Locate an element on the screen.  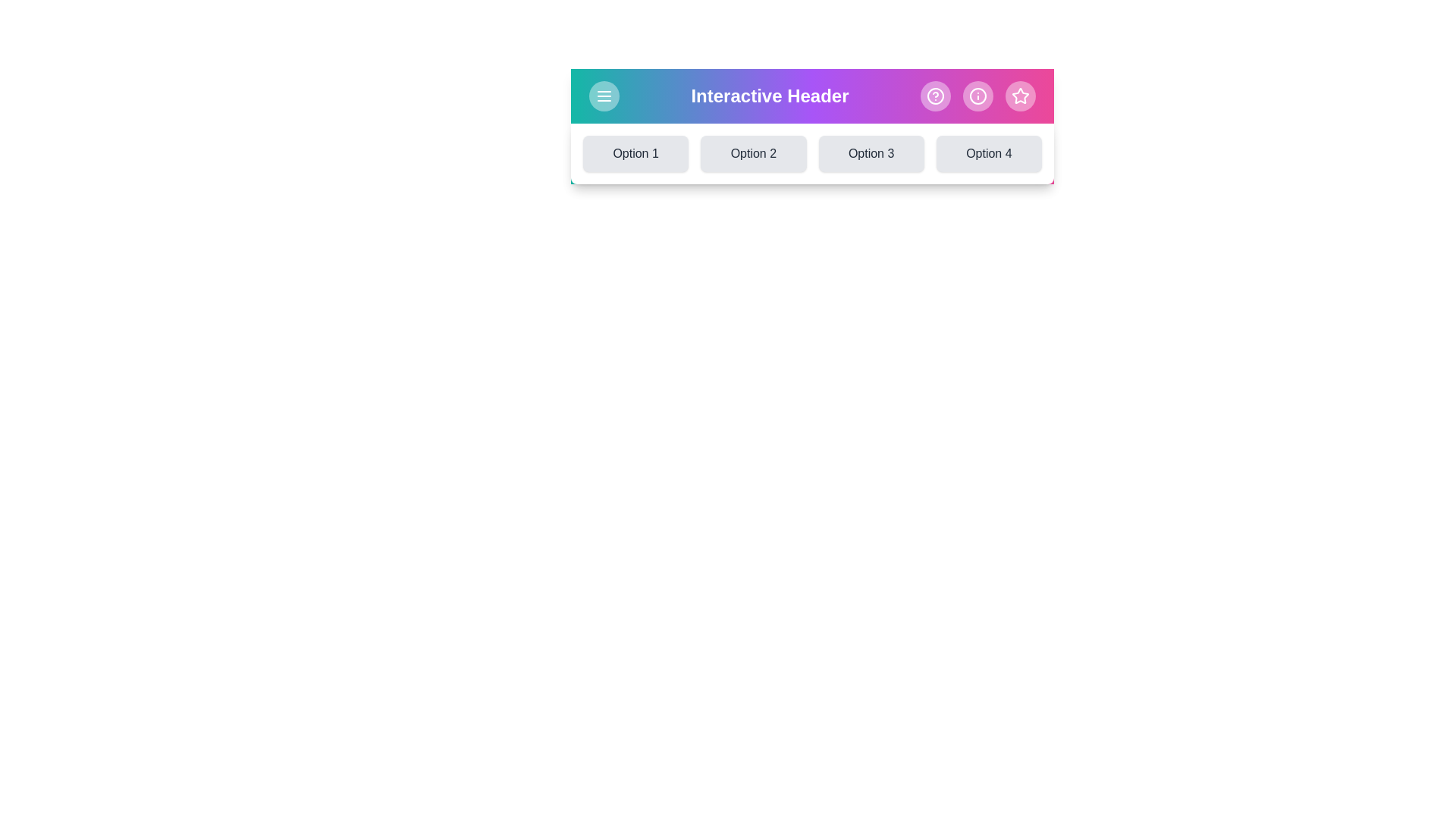
the 'Option 3' button is located at coordinates (871, 154).